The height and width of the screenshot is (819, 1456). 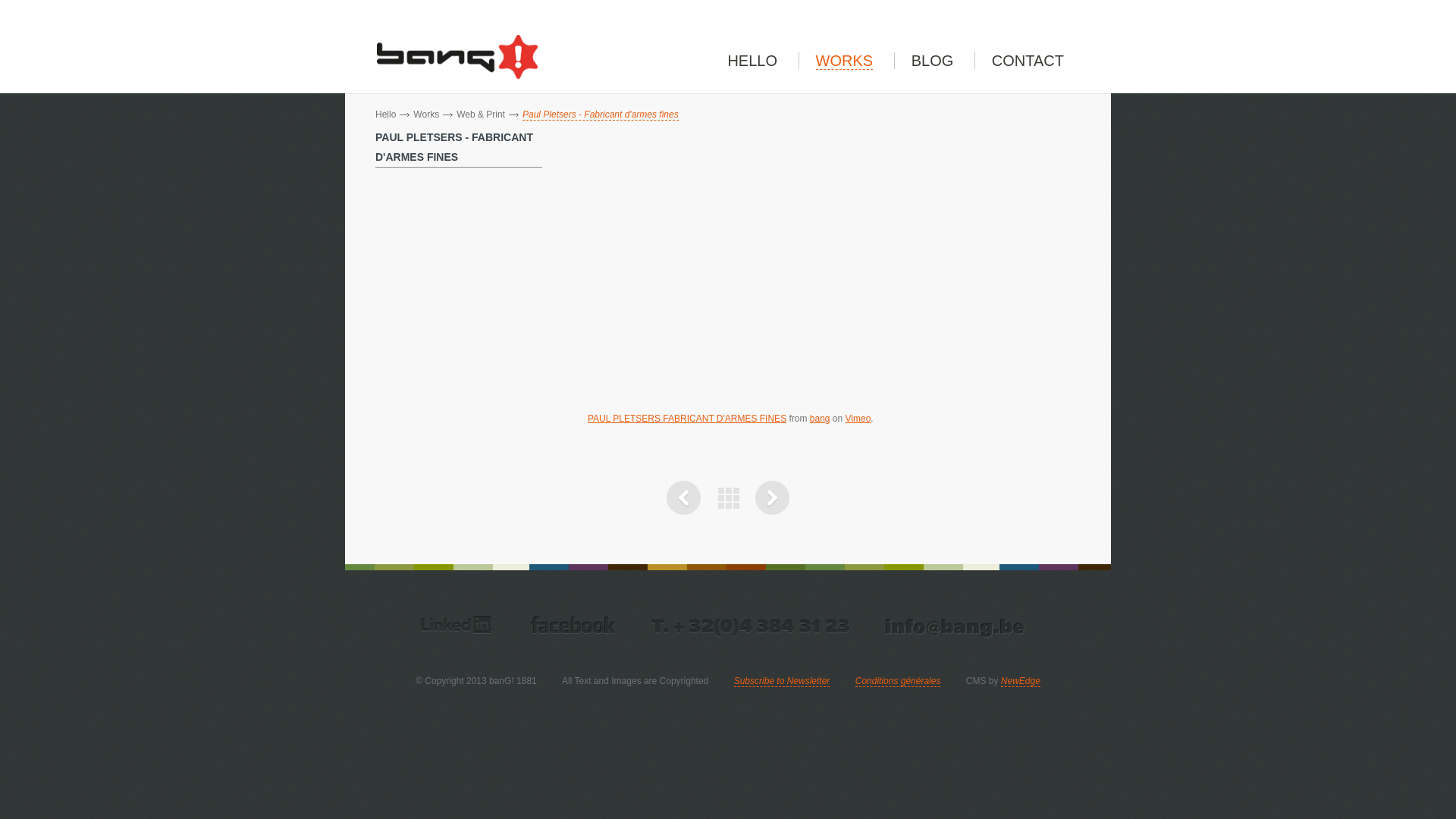 I want to click on 'Web & Print', so click(x=455, y=113).